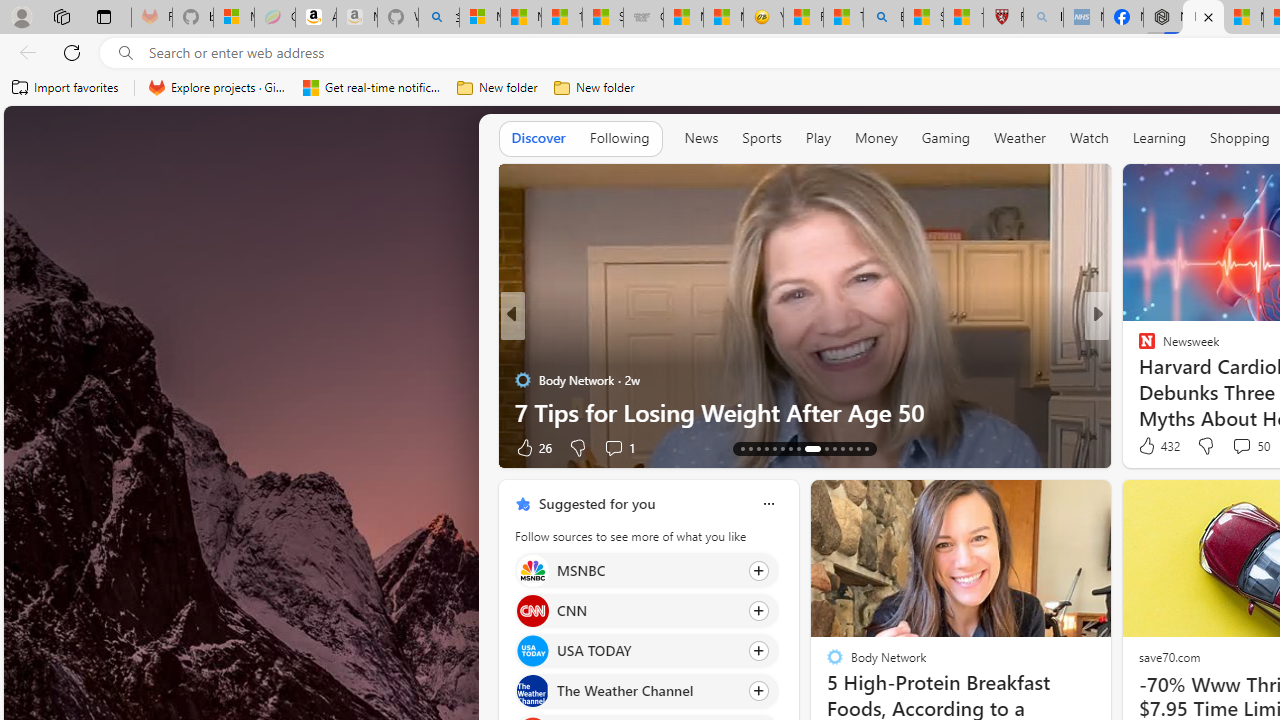 Image resolution: width=1280 pixels, height=720 pixels. I want to click on 'AutomationID: tab-78', so click(850, 447).